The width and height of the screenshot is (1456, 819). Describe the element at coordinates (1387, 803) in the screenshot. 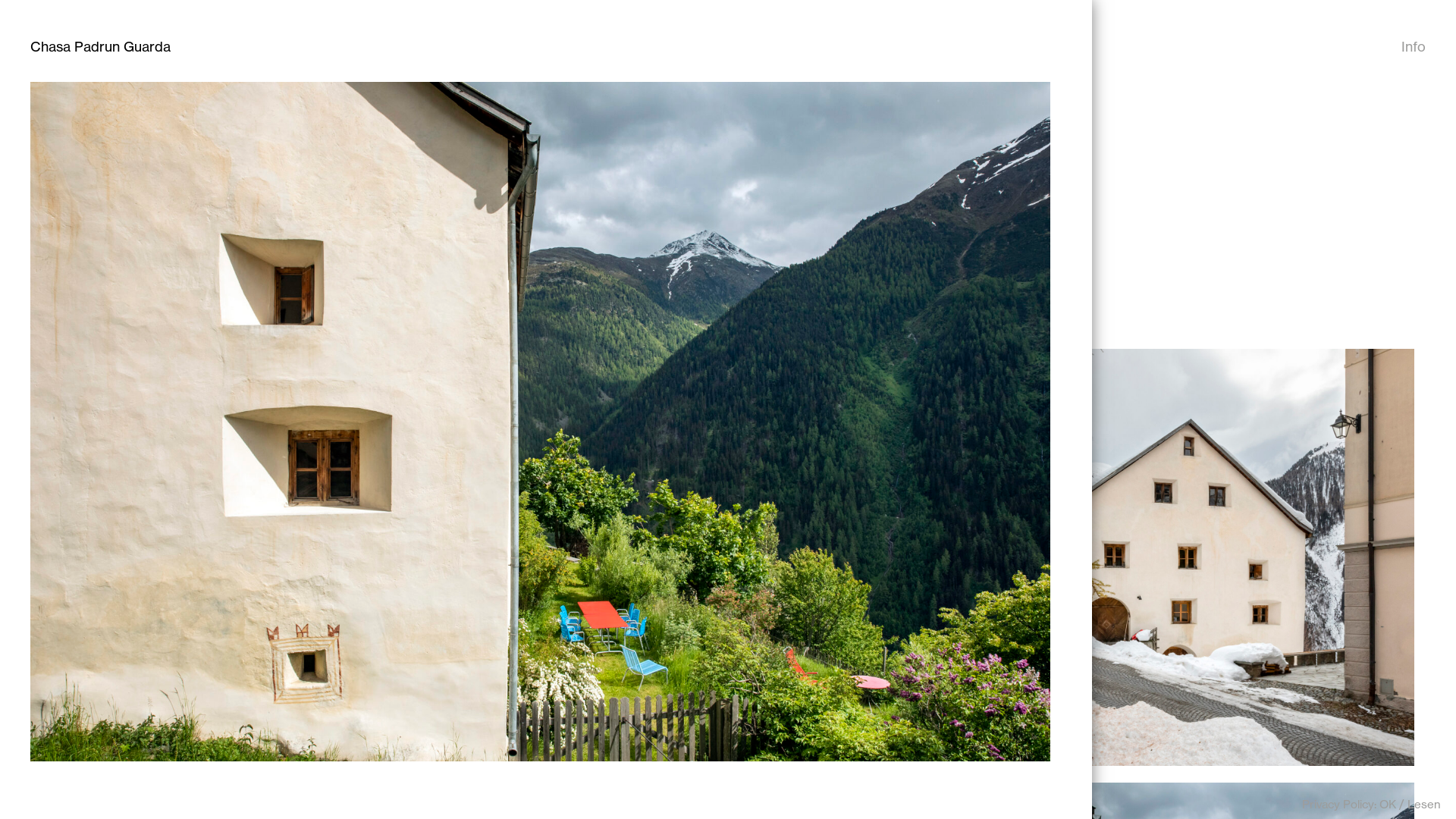

I see `'OK'` at that location.